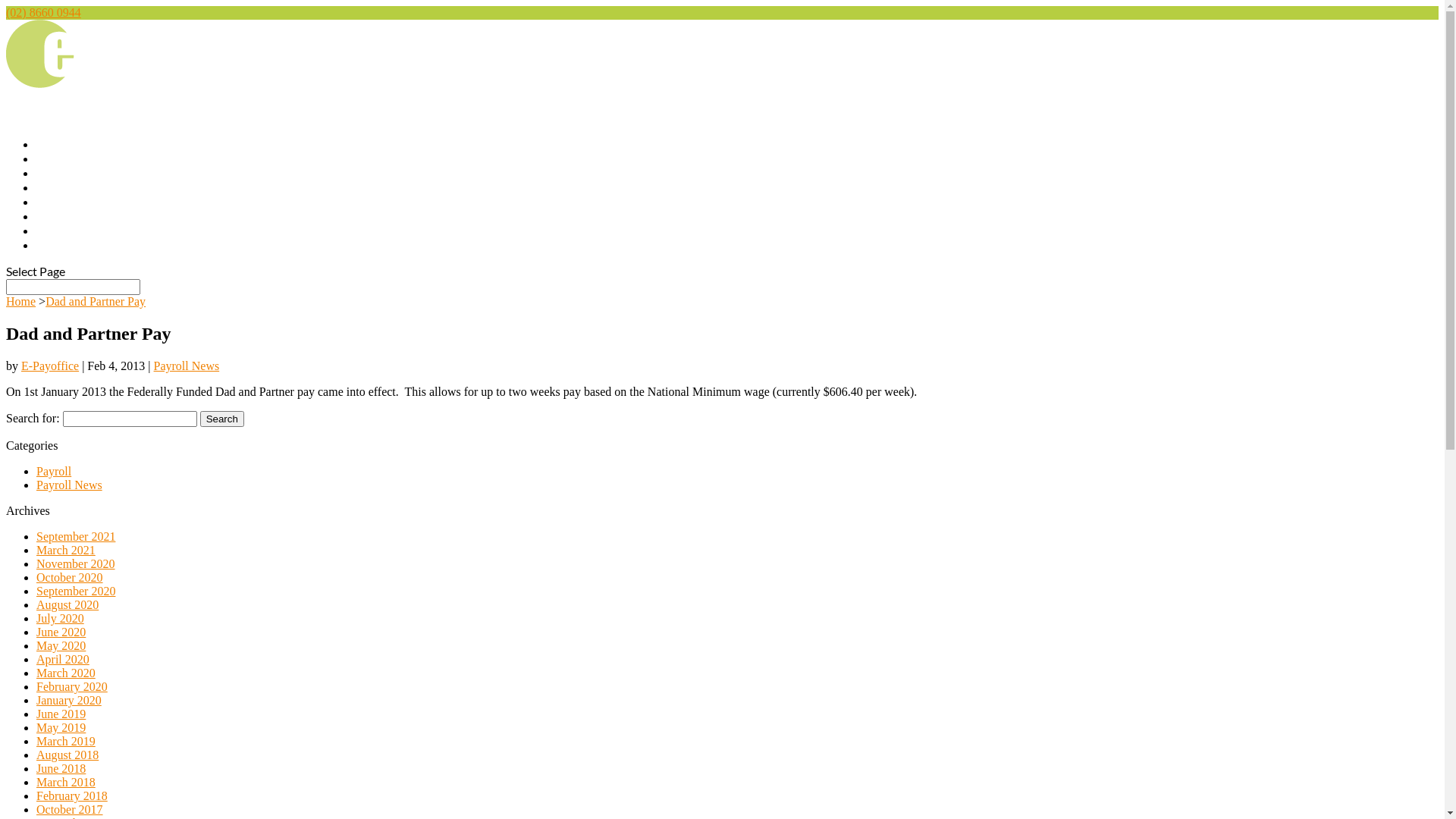  What do you see at coordinates (61, 726) in the screenshot?
I see `'May 2019'` at bounding box center [61, 726].